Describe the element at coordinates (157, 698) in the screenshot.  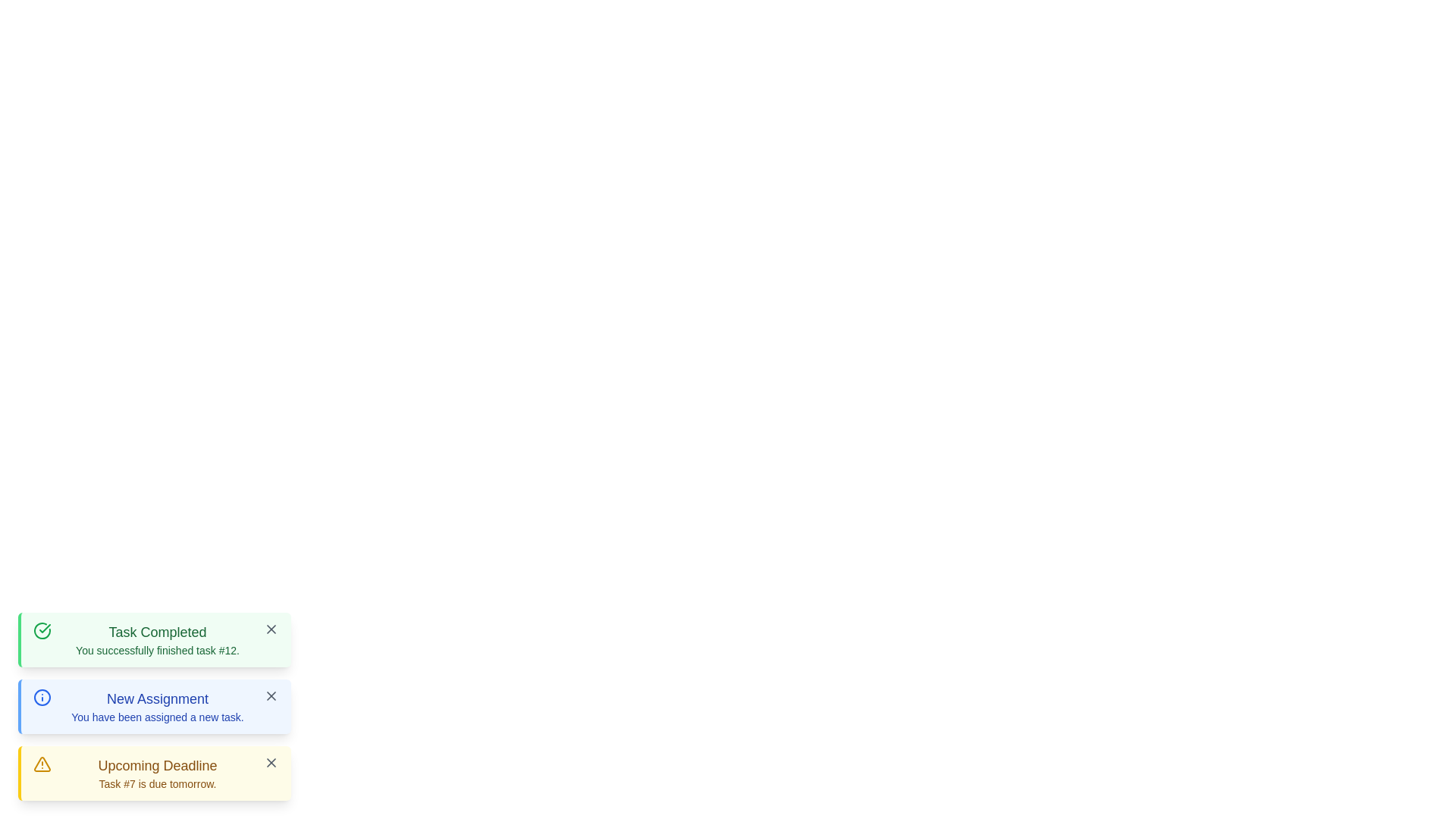
I see `the Text Label that serves as the heading for the second notification box, which summarizes the notification content and is positioned above the text 'You have been assigned a new task.'` at that location.